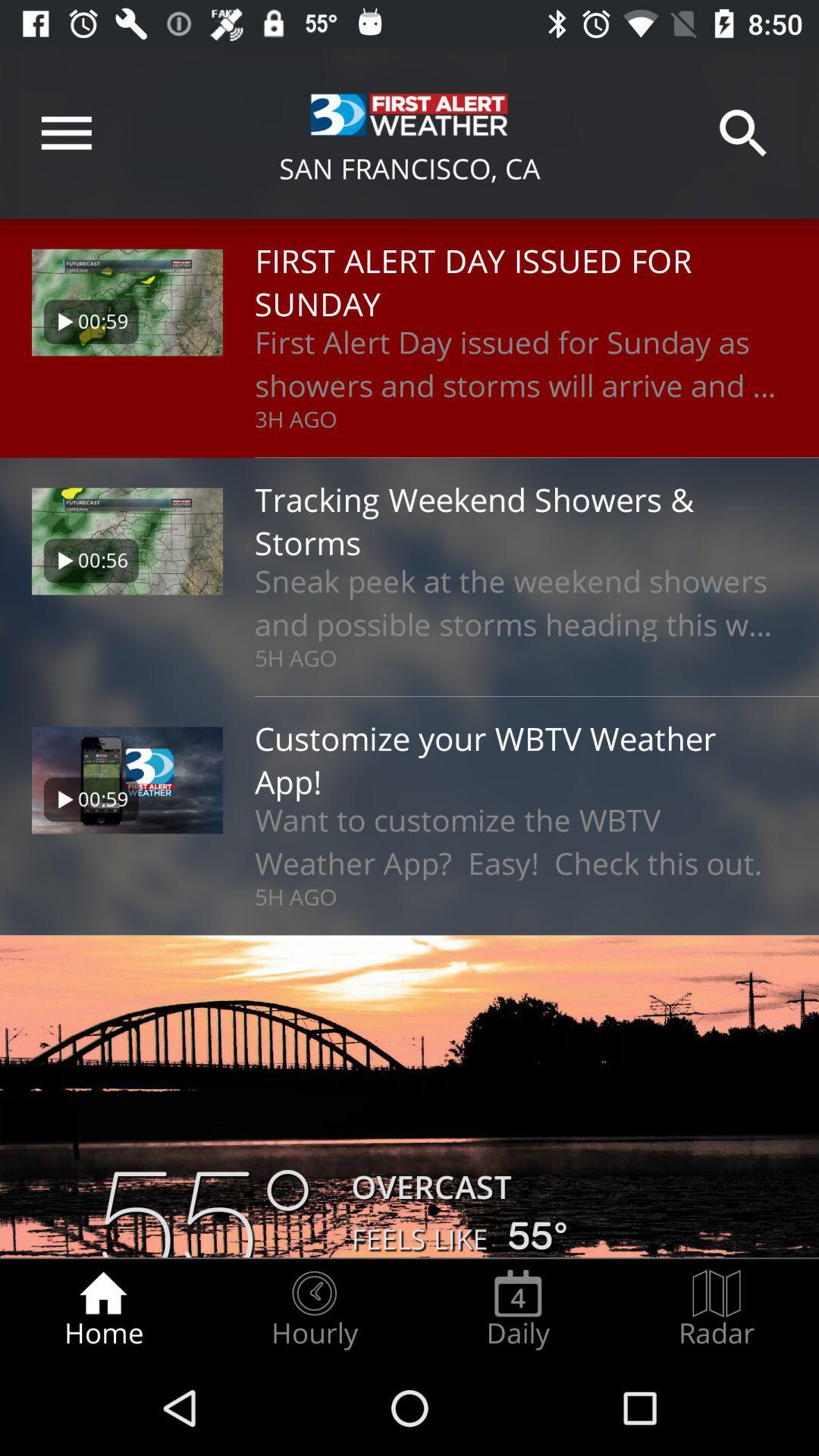 This screenshot has height=1456, width=819. Describe the element at coordinates (517, 1309) in the screenshot. I see `icon next to the radar` at that location.